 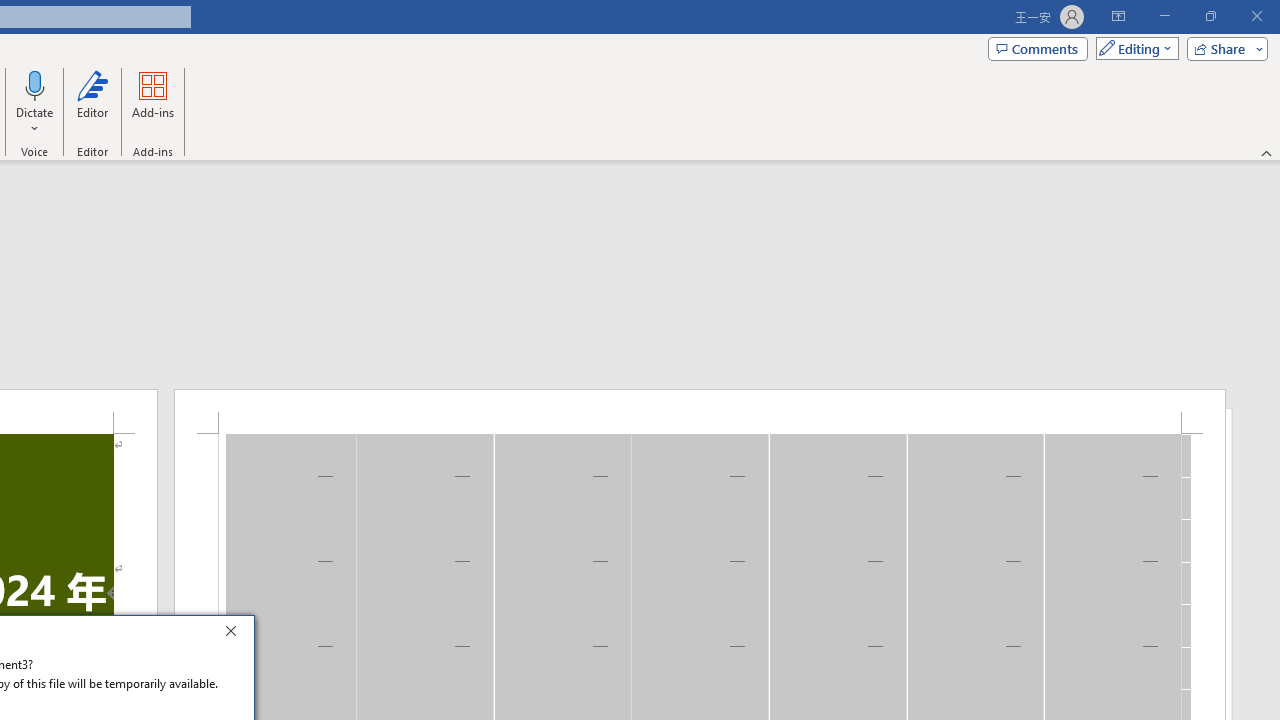 What do you see at coordinates (700, 410) in the screenshot?
I see `'Header -Section 1-'` at bounding box center [700, 410].